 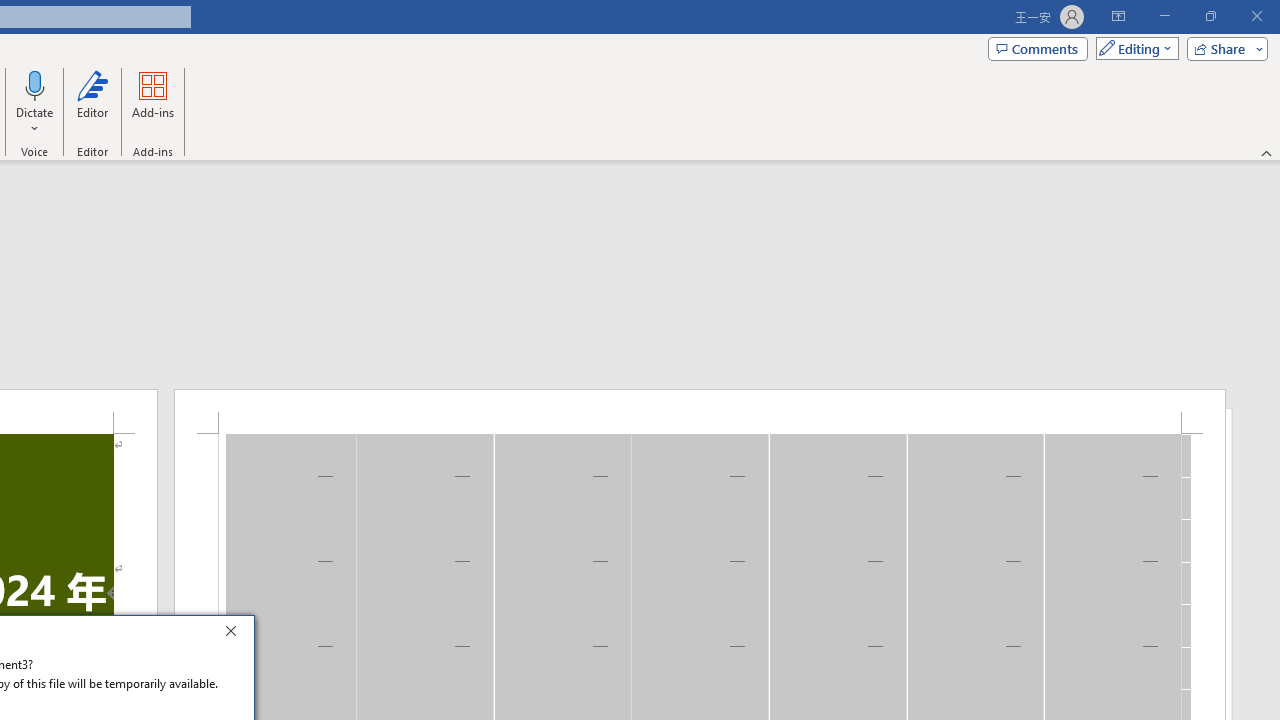 What do you see at coordinates (700, 410) in the screenshot?
I see `'Header -Section 1-'` at bounding box center [700, 410].